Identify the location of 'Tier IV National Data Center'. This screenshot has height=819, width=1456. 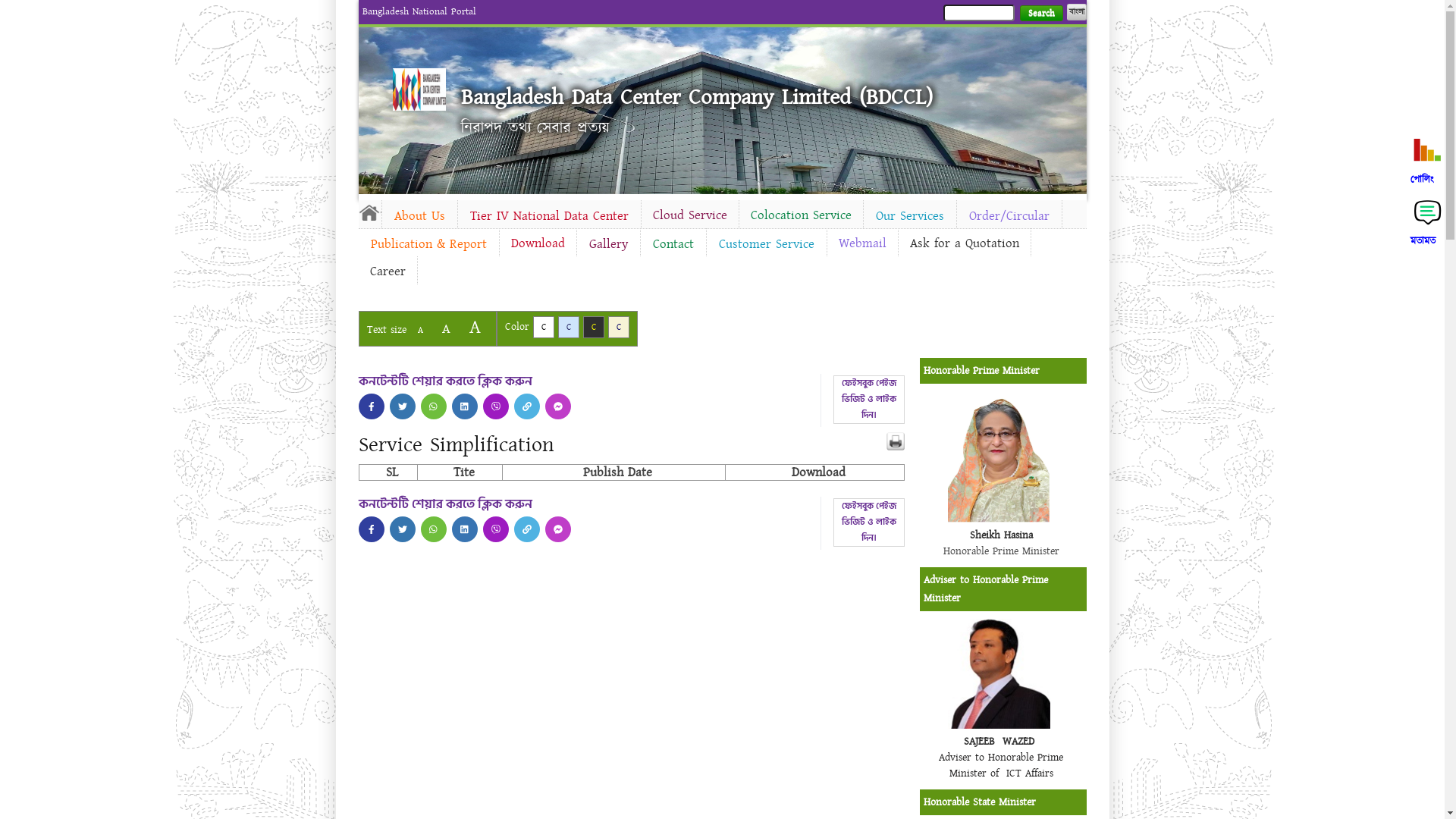
(548, 216).